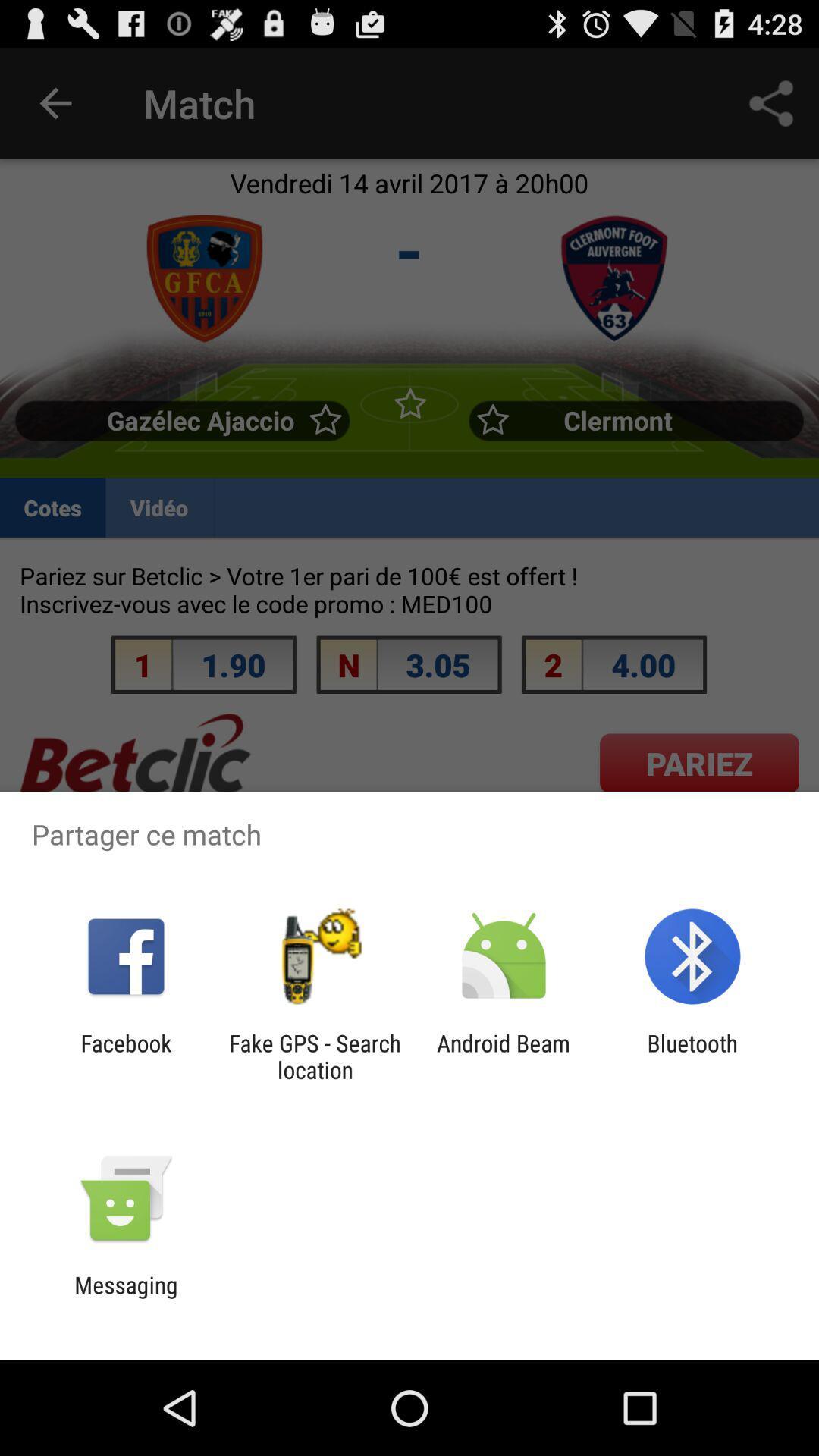 The width and height of the screenshot is (819, 1456). I want to click on app next to facebook icon, so click(314, 1056).